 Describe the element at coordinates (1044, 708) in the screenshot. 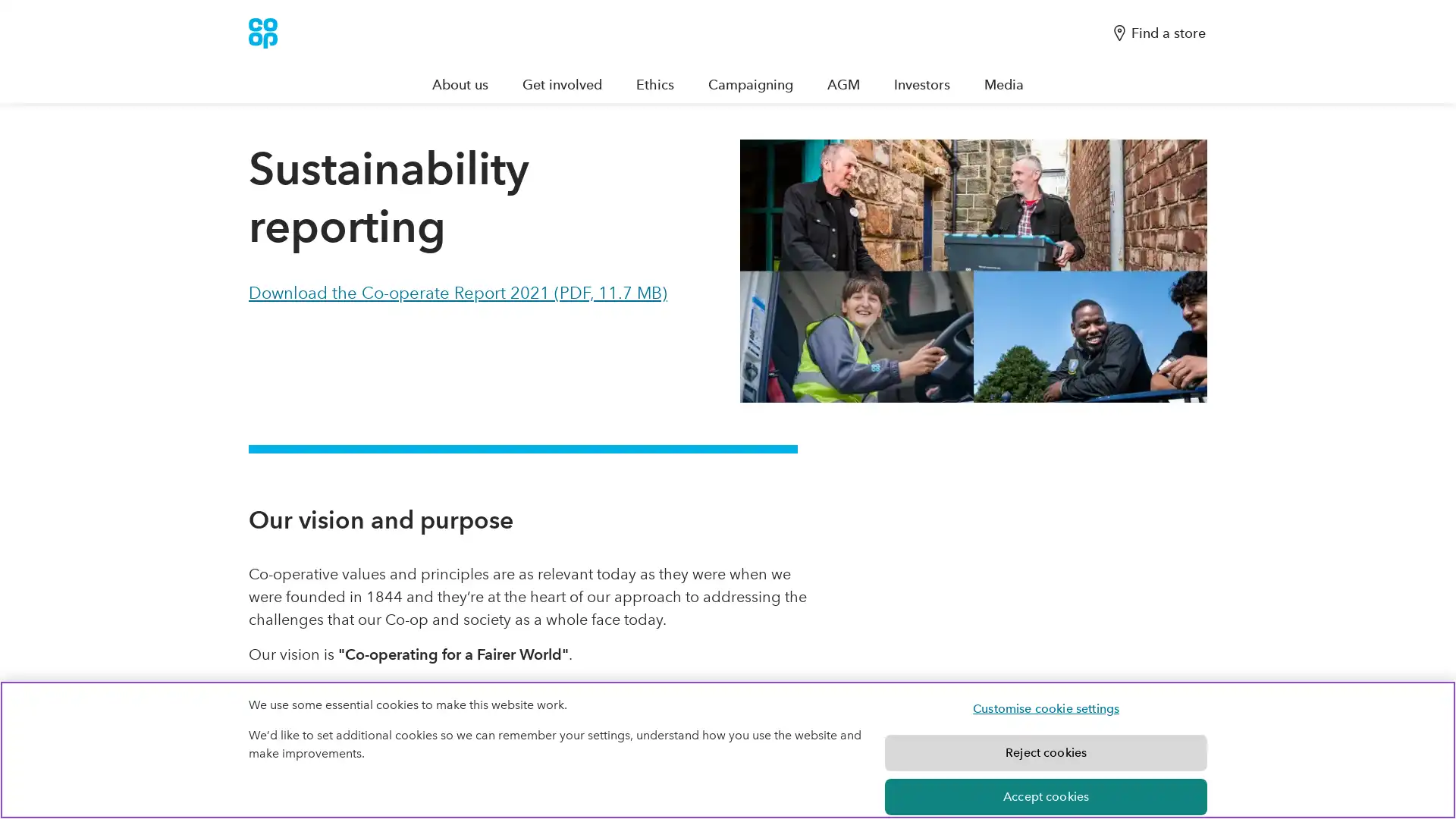

I see `Customise cookie settings` at that location.